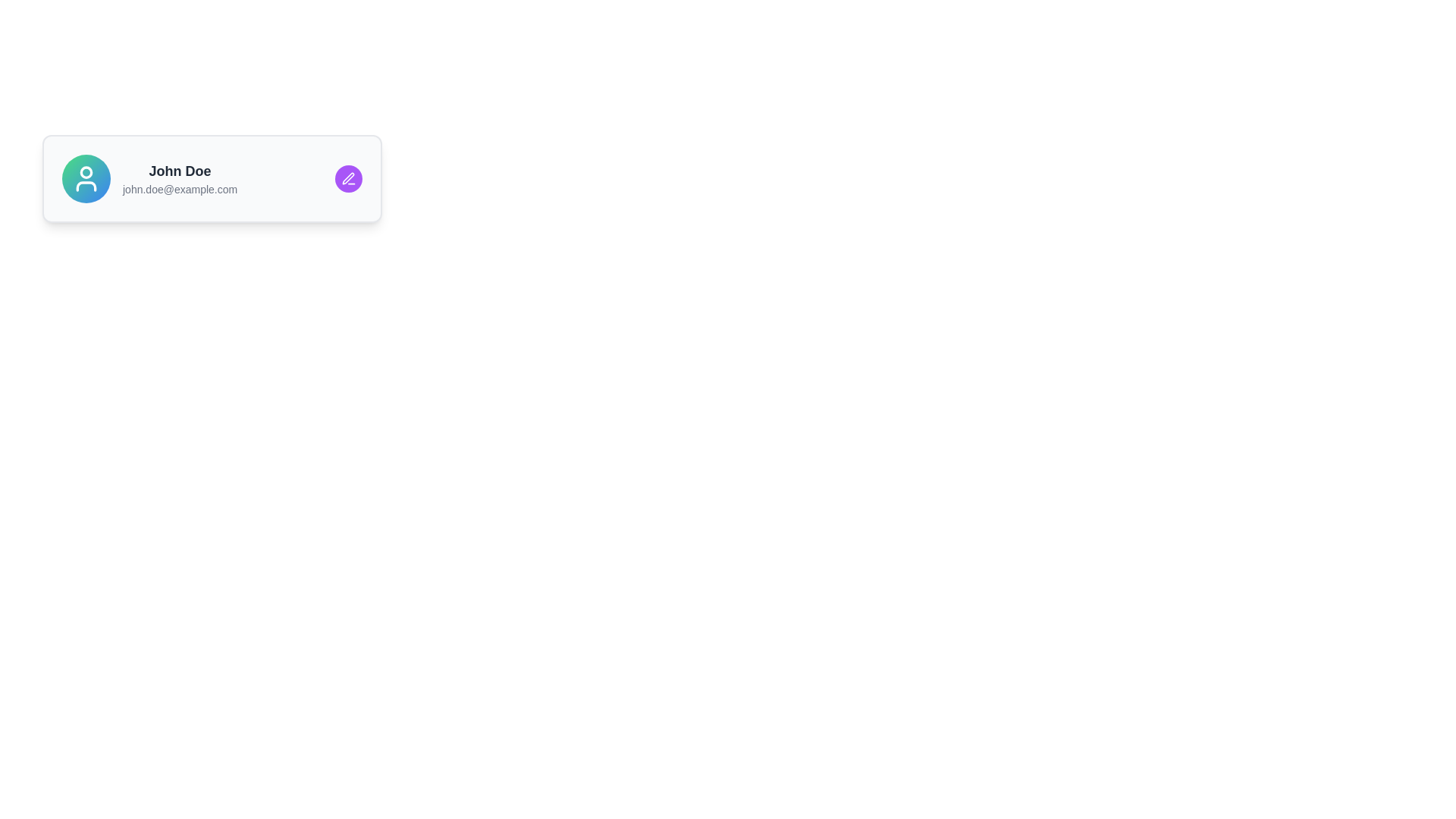  What do you see at coordinates (180, 177) in the screenshot?
I see `the text block containing 'John Doe' and 'john.doe@example.com', which is positioned between a circular icon and a purple circular button with a pen icon` at bounding box center [180, 177].